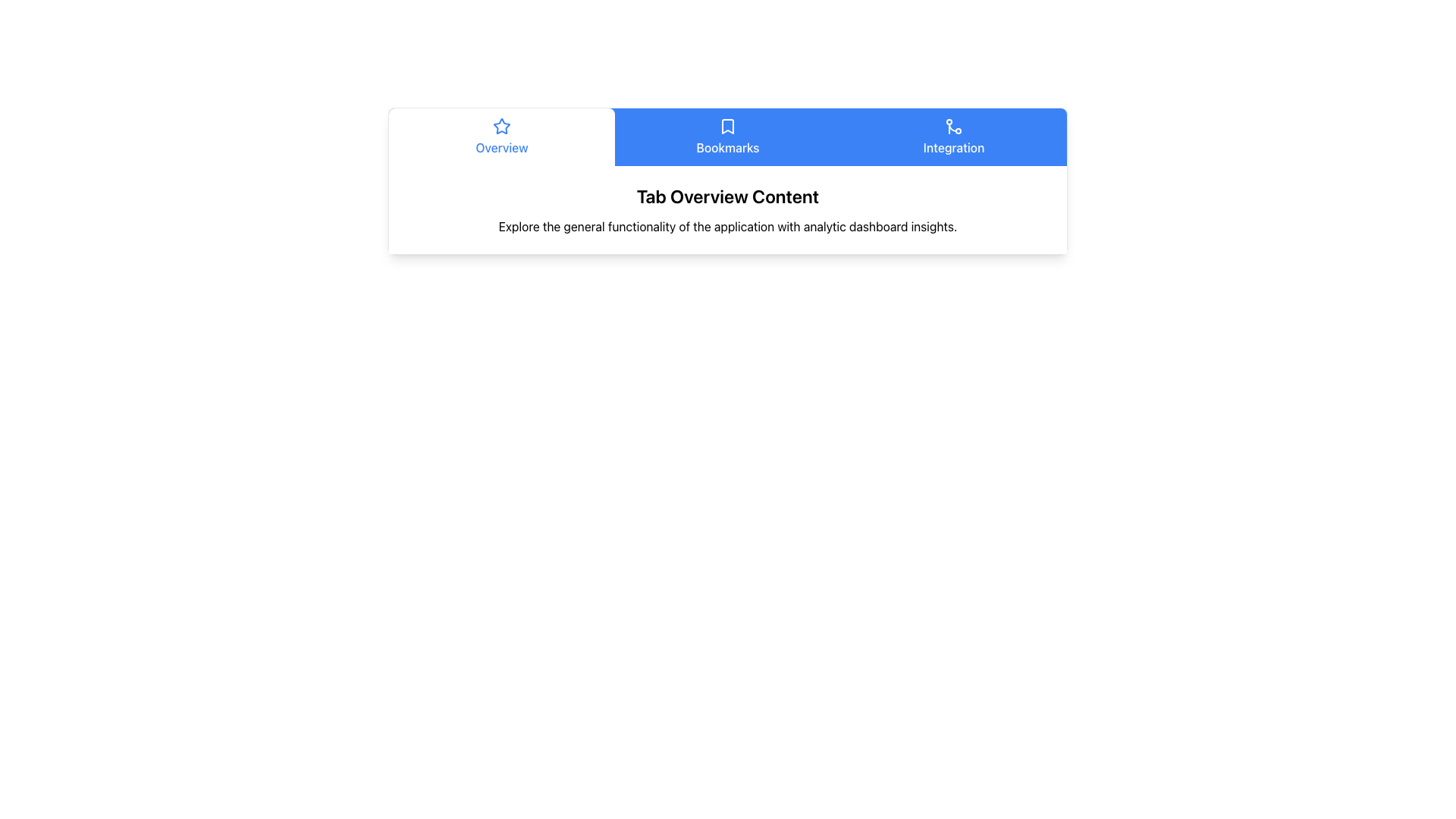 Image resolution: width=1456 pixels, height=819 pixels. Describe the element at coordinates (728, 227) in the screenshot. I see `information from the text element that states 'Explore the general functionality of the application with analytic dashboard insights.', located below the header 'Tab Overview Content'` at that location.